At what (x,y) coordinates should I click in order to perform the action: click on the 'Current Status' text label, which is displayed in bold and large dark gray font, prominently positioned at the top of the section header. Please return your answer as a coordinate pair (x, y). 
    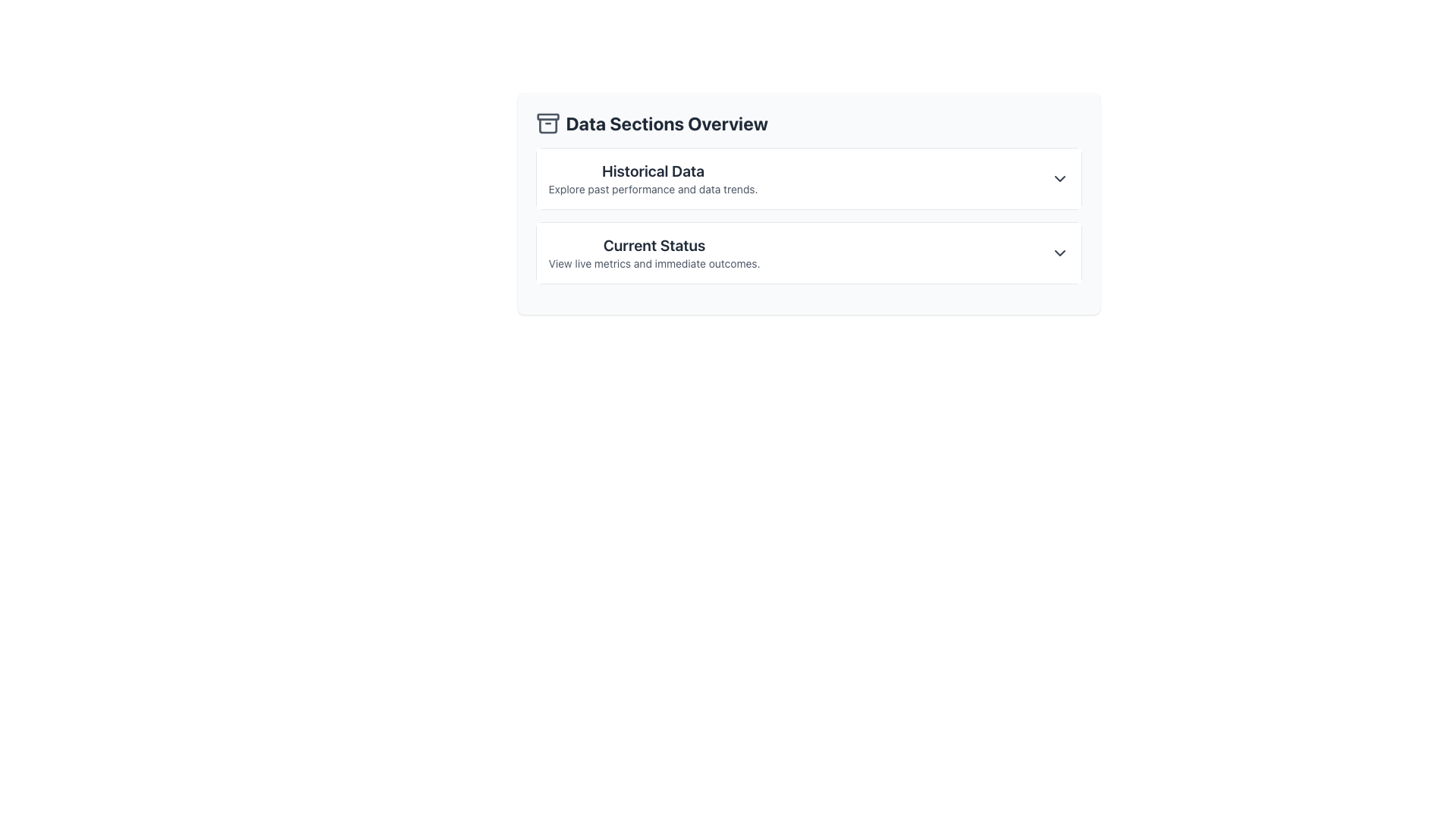
    Looking at the image, I should click on (654, 245).